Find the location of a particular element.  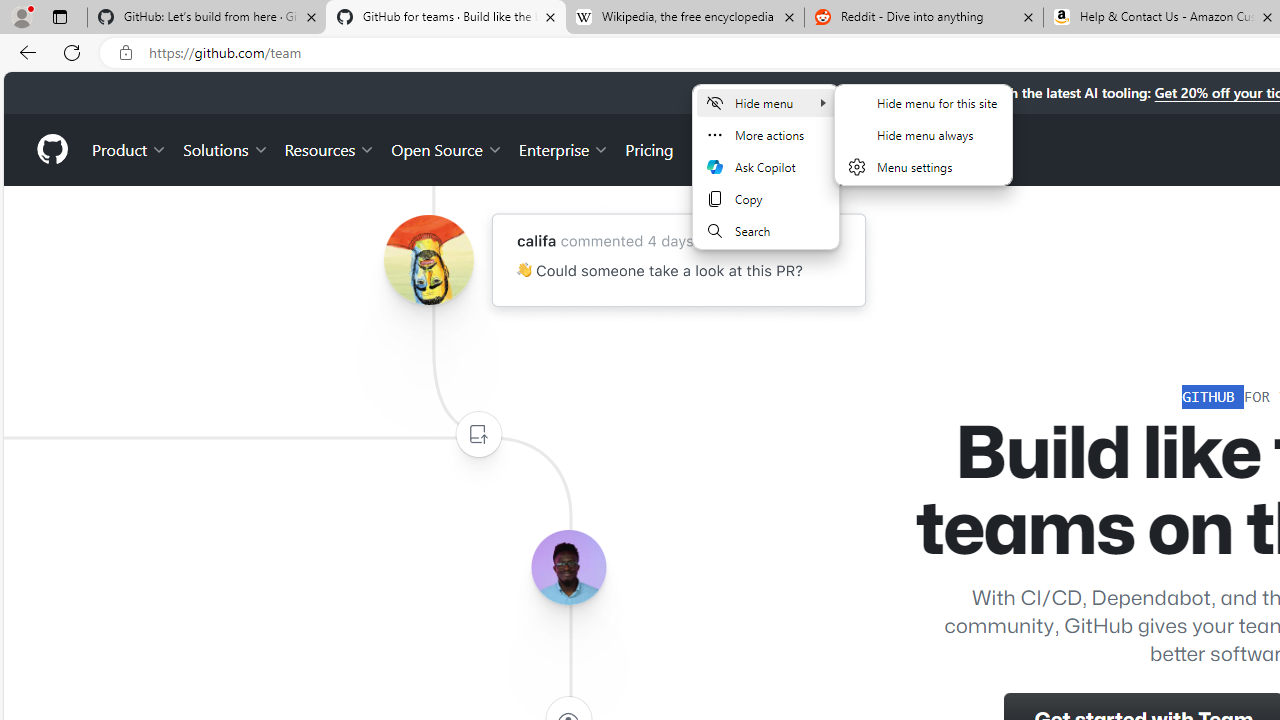

'More actions' is located at coordinates (764, 135).